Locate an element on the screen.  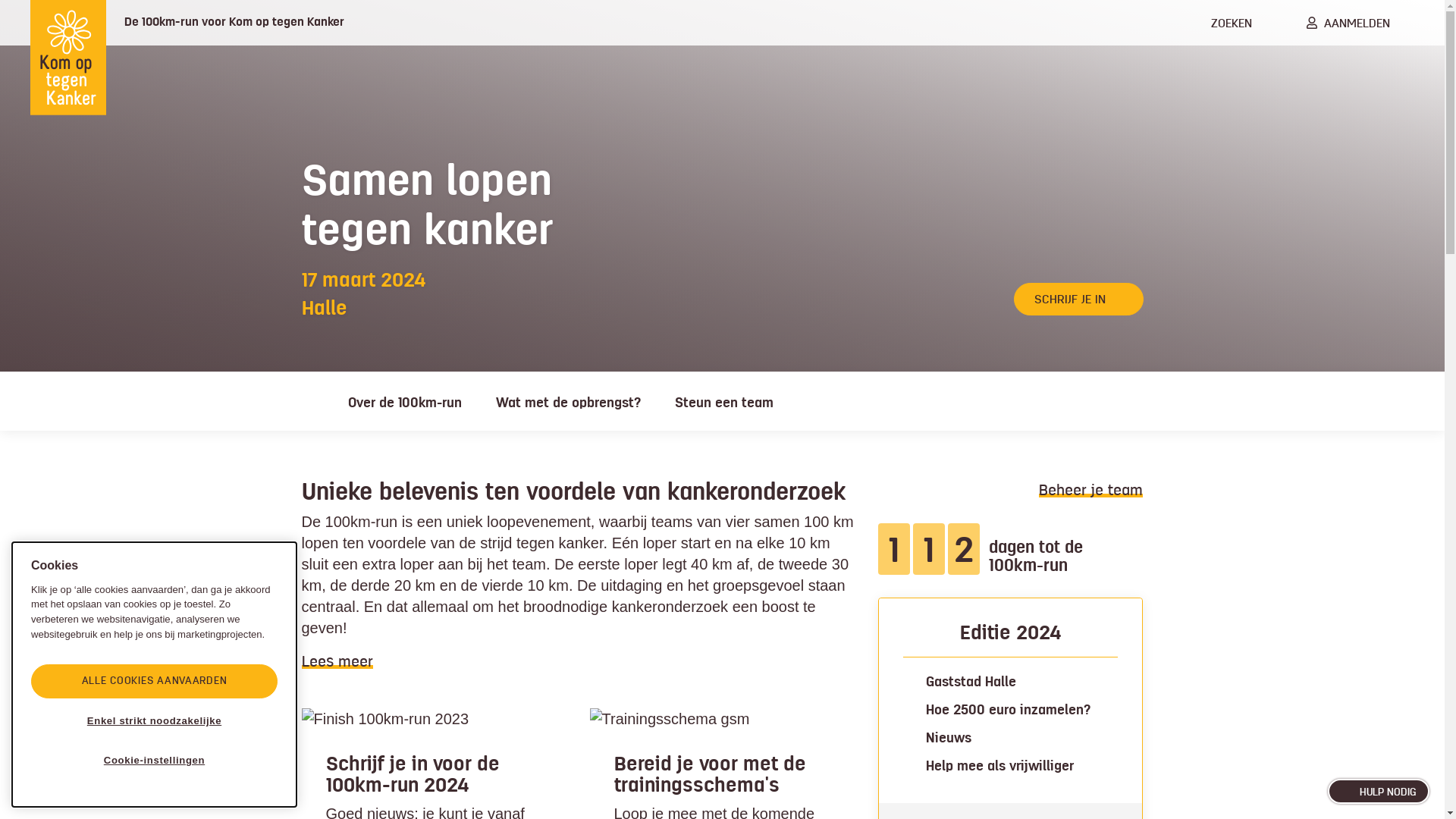
'Steun een team' is located at coordinates (723, 400).